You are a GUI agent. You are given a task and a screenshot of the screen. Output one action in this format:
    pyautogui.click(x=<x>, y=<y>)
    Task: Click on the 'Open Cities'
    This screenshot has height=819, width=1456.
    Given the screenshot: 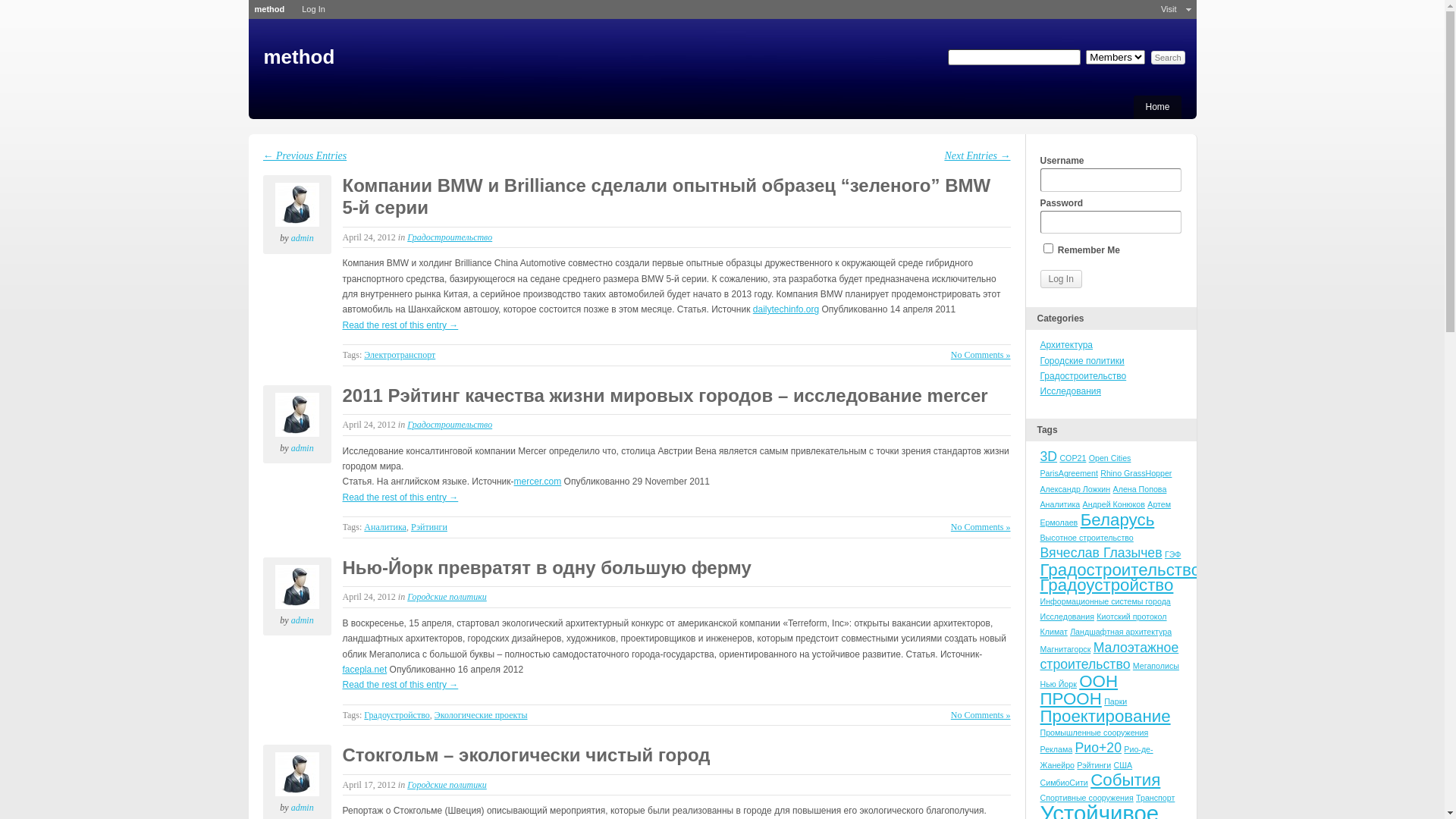 What is the action you would take?
    pyautogui.click(x=1087, y=457)
    